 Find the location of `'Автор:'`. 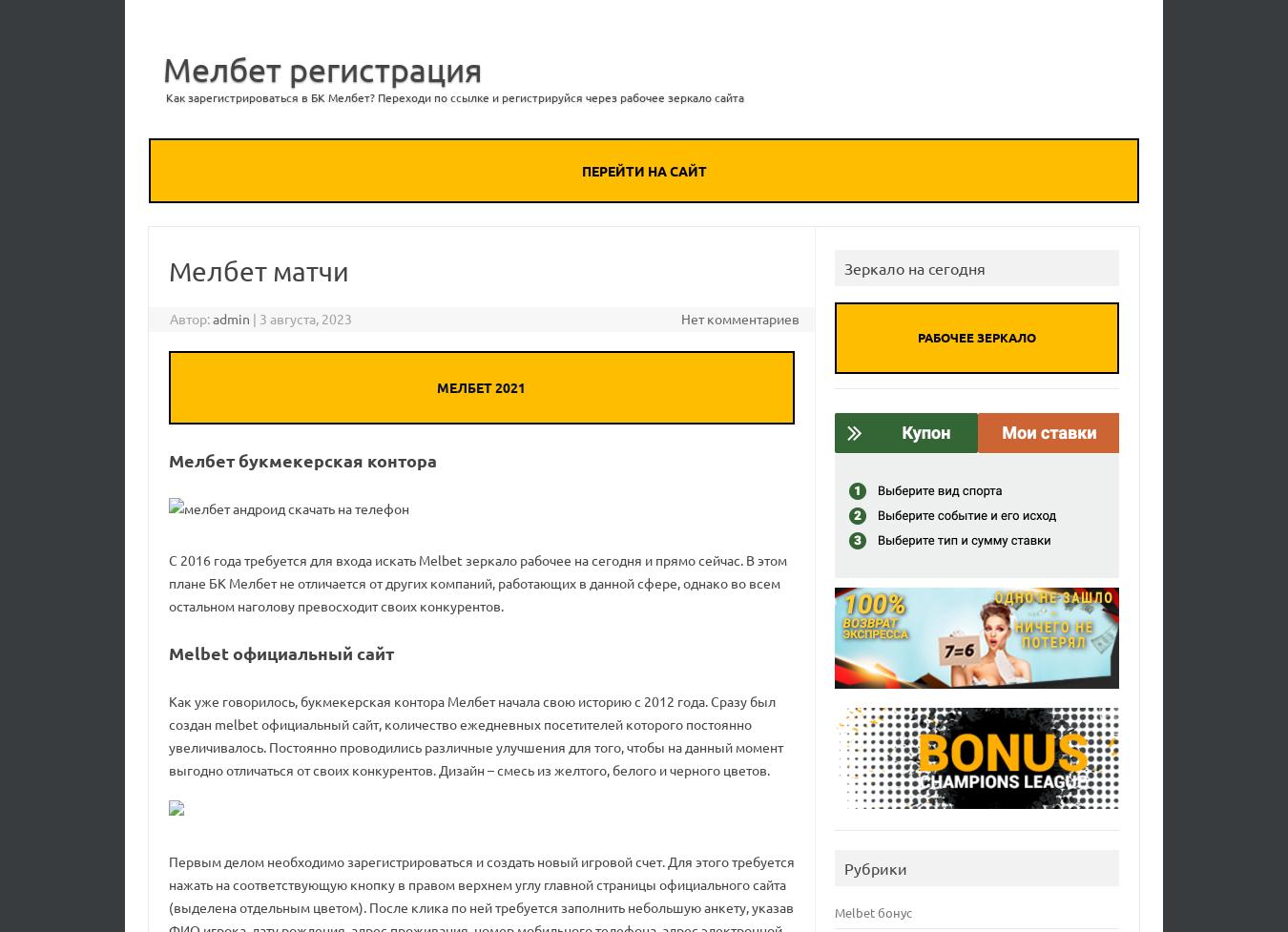

'Автор:' is located at coordinates (170, 317).